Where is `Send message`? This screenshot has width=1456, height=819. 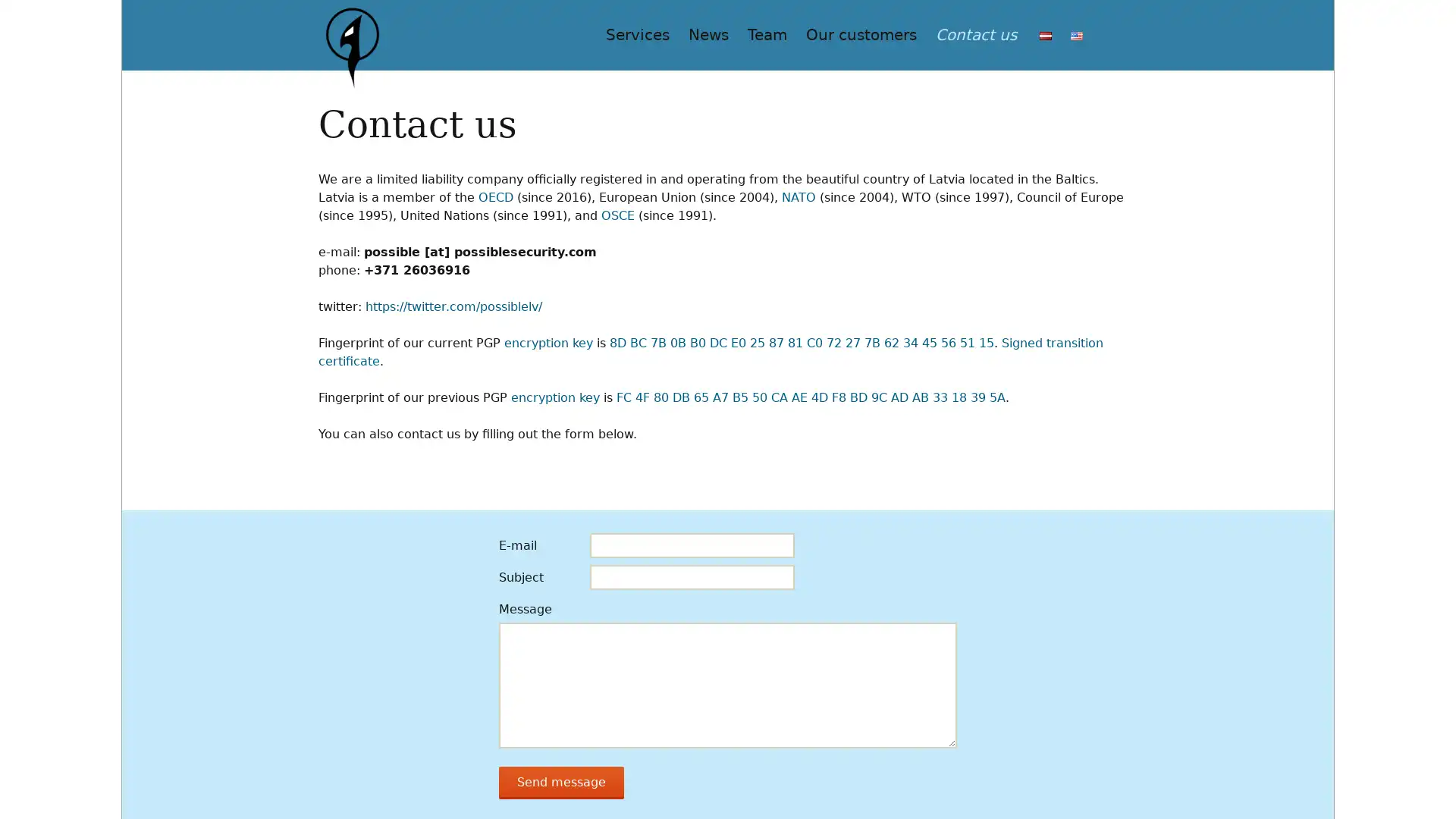 Send message is located at coordinates (557, 786).